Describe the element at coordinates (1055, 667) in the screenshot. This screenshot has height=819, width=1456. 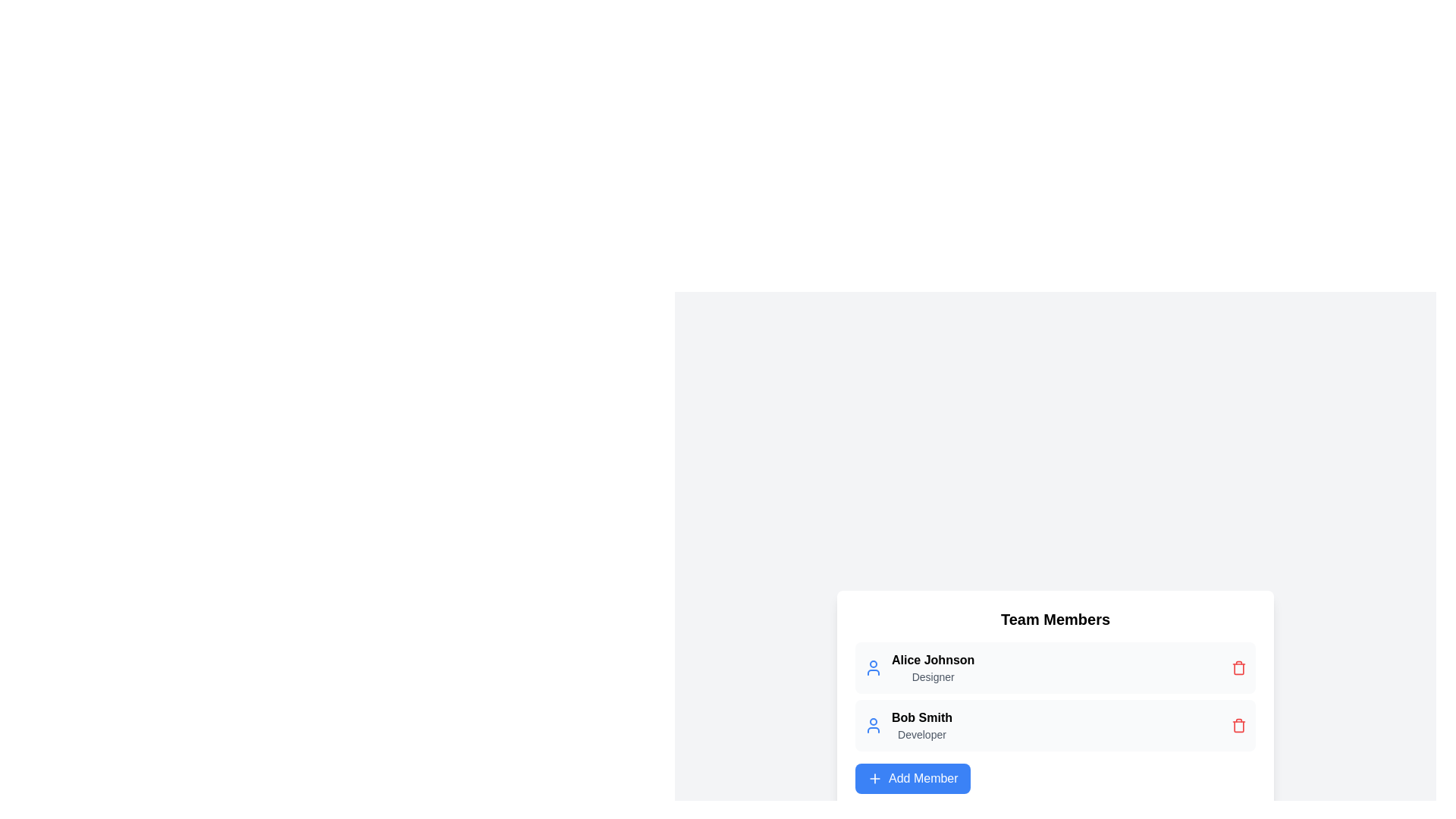
I see `the user item element representing 'Alice Johnson' in the list by using the keyboard` at that location.